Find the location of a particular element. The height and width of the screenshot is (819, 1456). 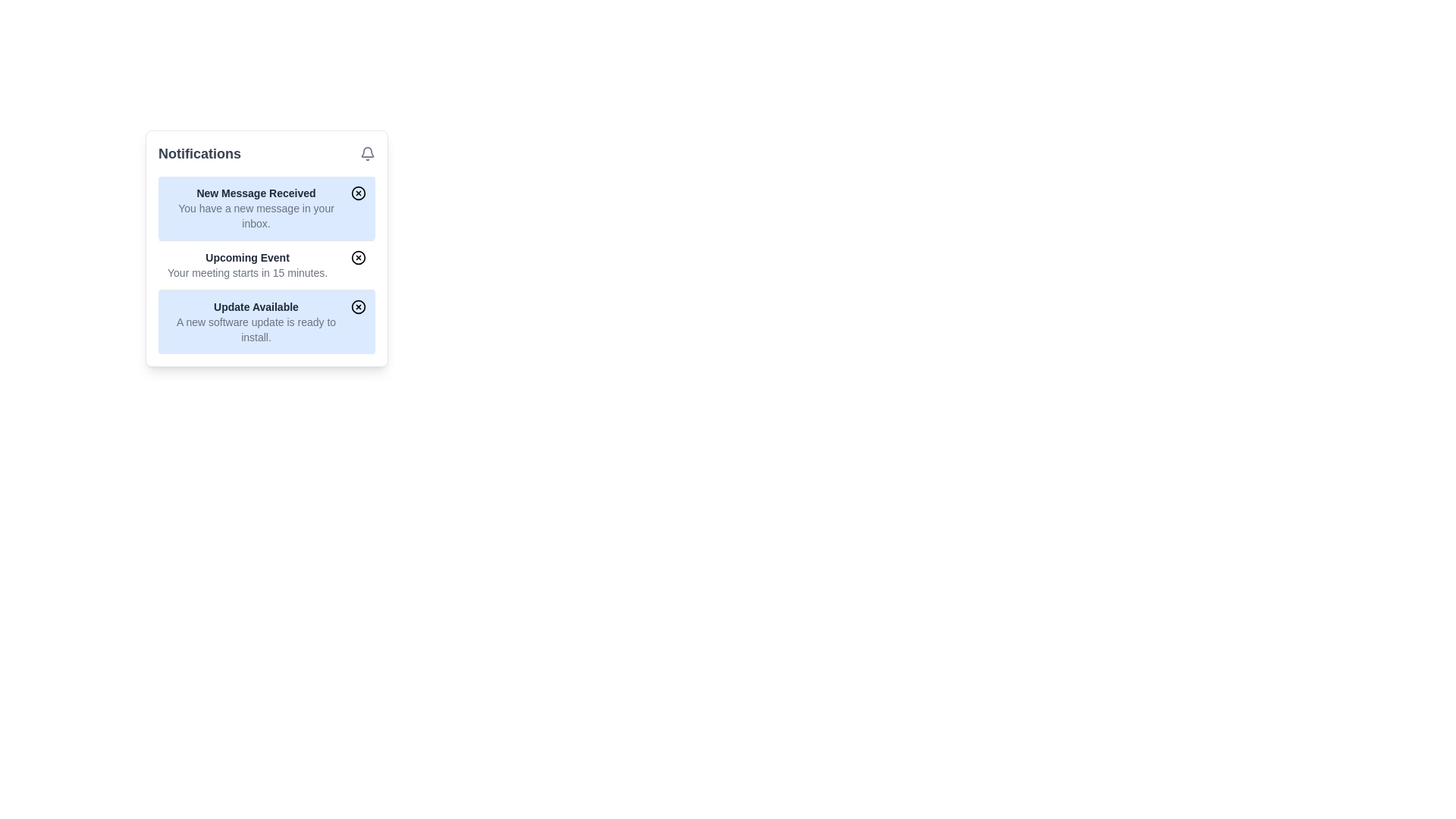

the dismiss button located in the top-right corner of the 'New Message Received' notification card is located at coordinates (358, 192).